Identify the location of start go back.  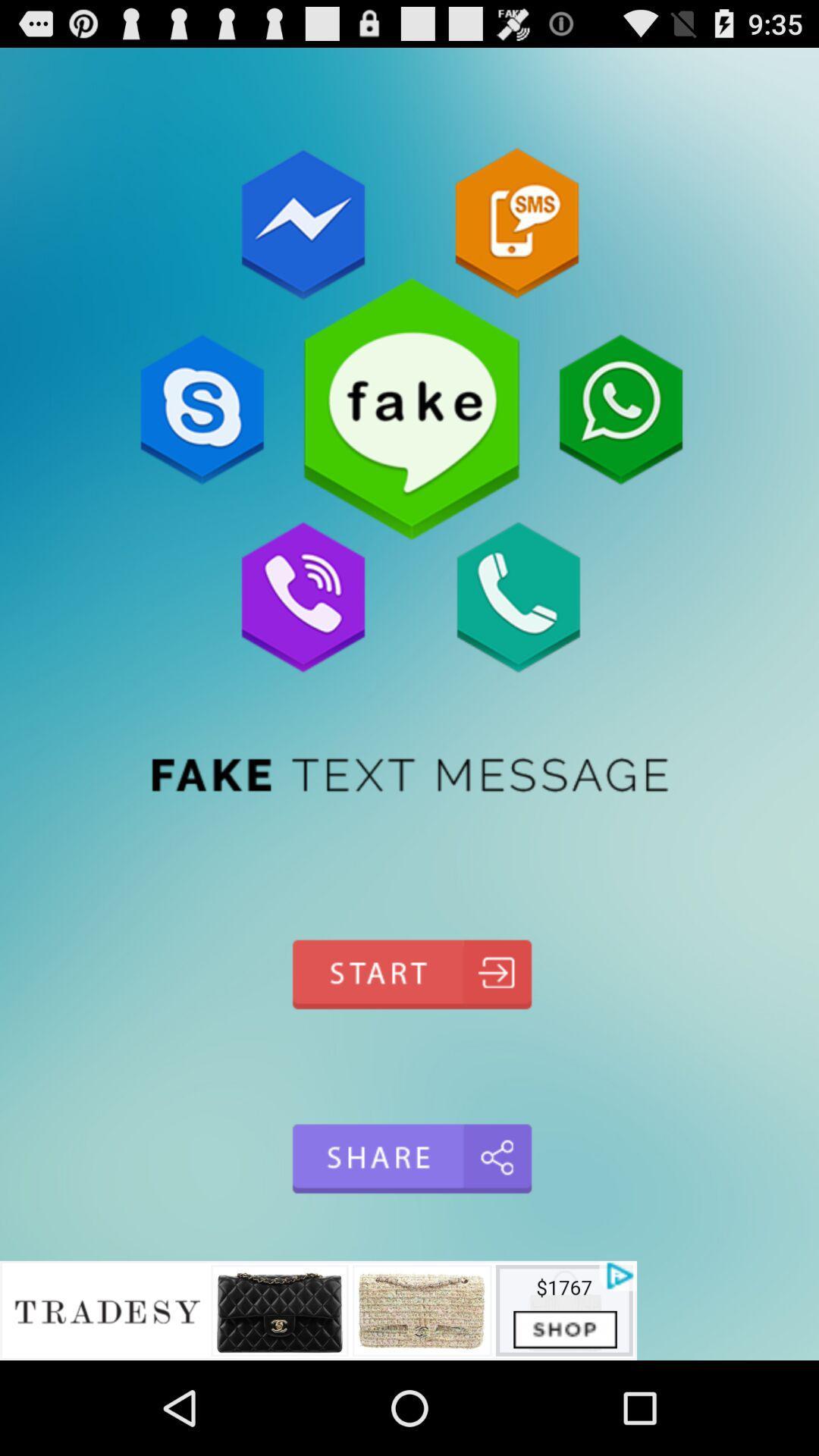
(409, 974).